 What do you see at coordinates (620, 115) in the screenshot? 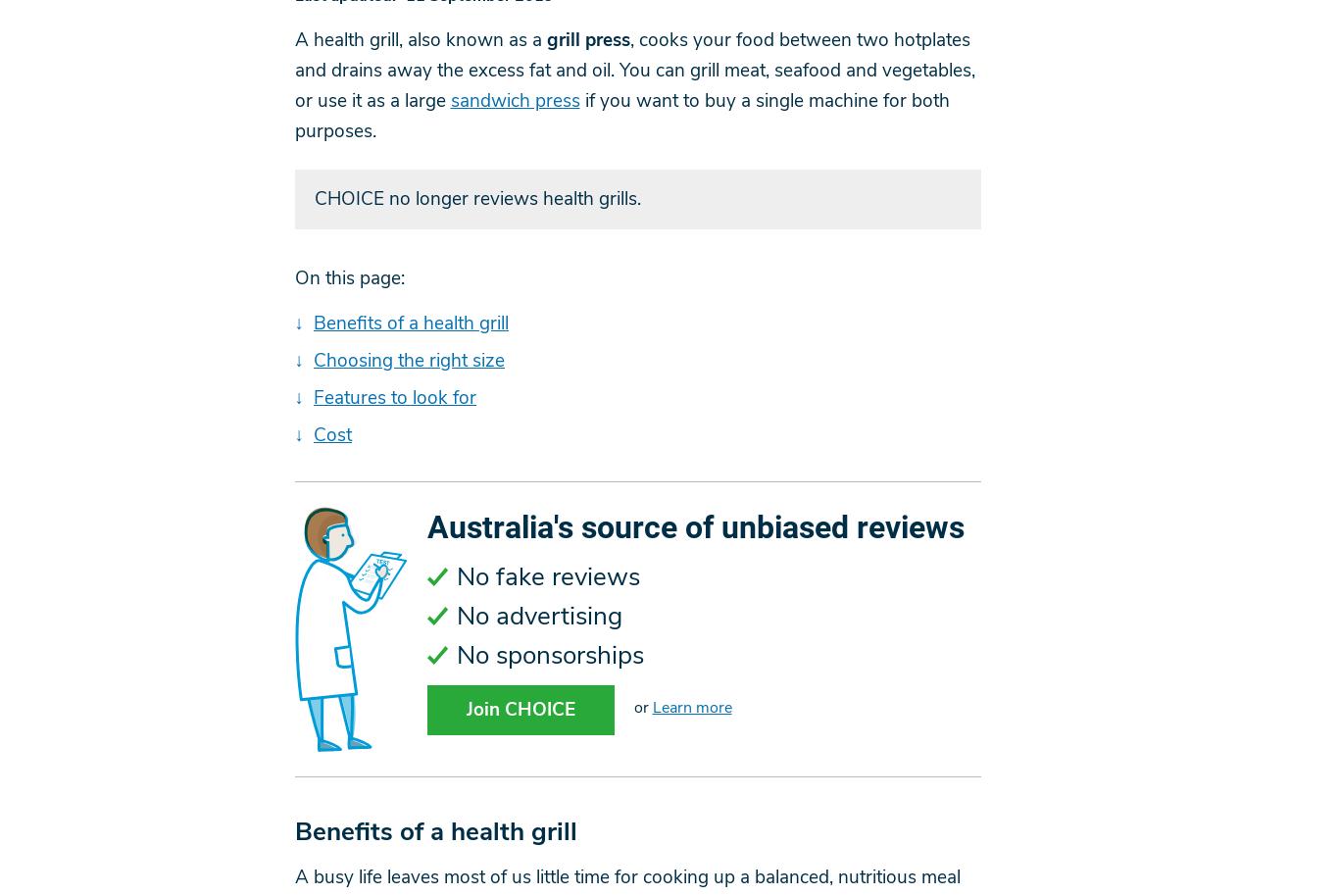
I see `'if you want to buy a single machine for both purposes.'` at bounding box center [620, 115].